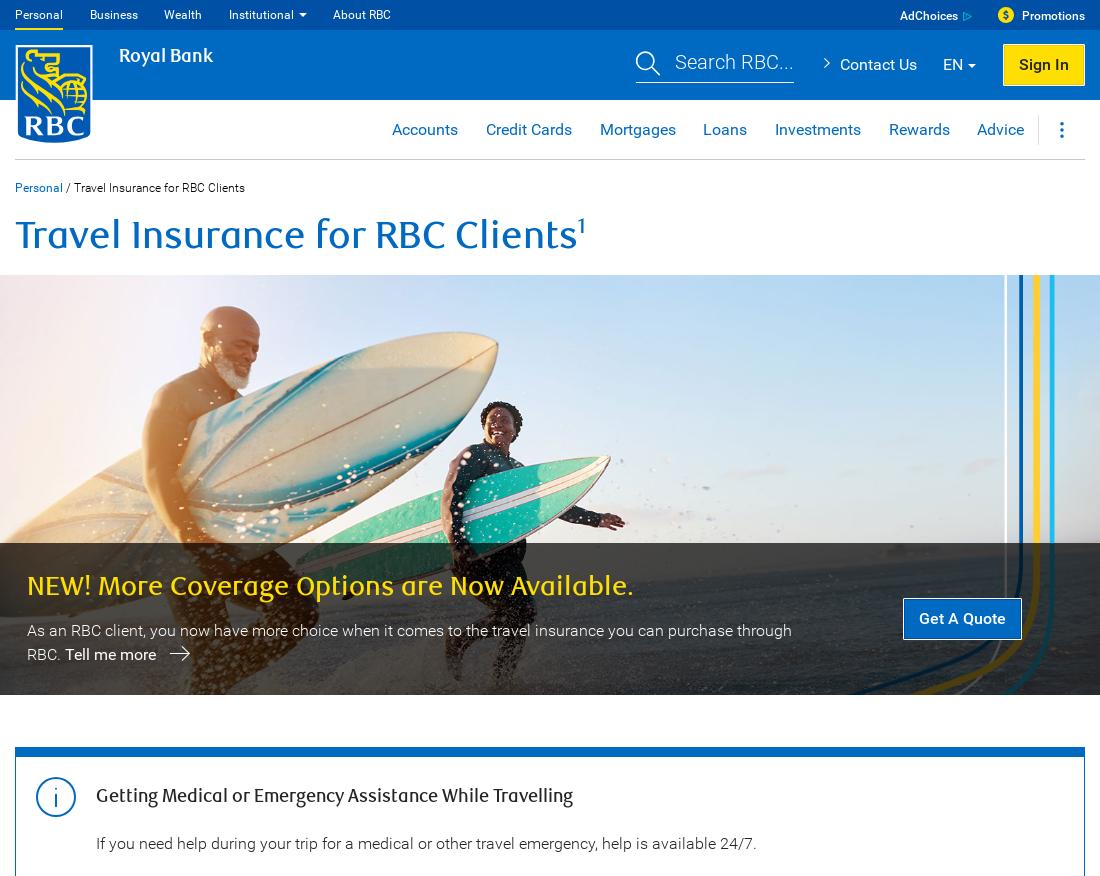 The image size is (1100, 876). Describe the element at coordinates (112, 13) in the screenshot. I see `'Business'` at that location.